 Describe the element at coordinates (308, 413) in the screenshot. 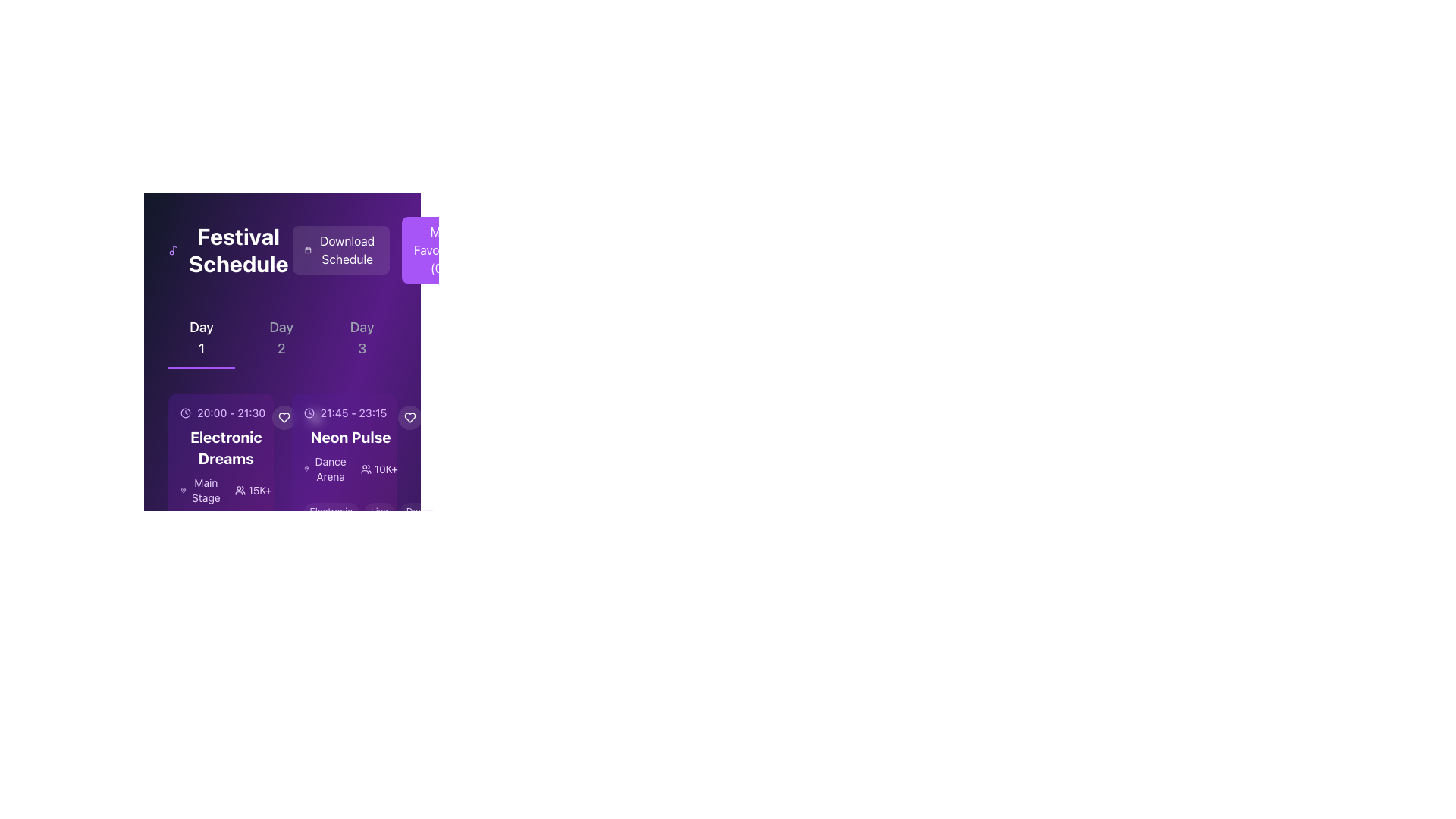

I see `the decorative circular vector shape representing a clock, which is part of the icon group associated with the event 'Neon Pulse', located above the text 'Dance Arena'` at that location.